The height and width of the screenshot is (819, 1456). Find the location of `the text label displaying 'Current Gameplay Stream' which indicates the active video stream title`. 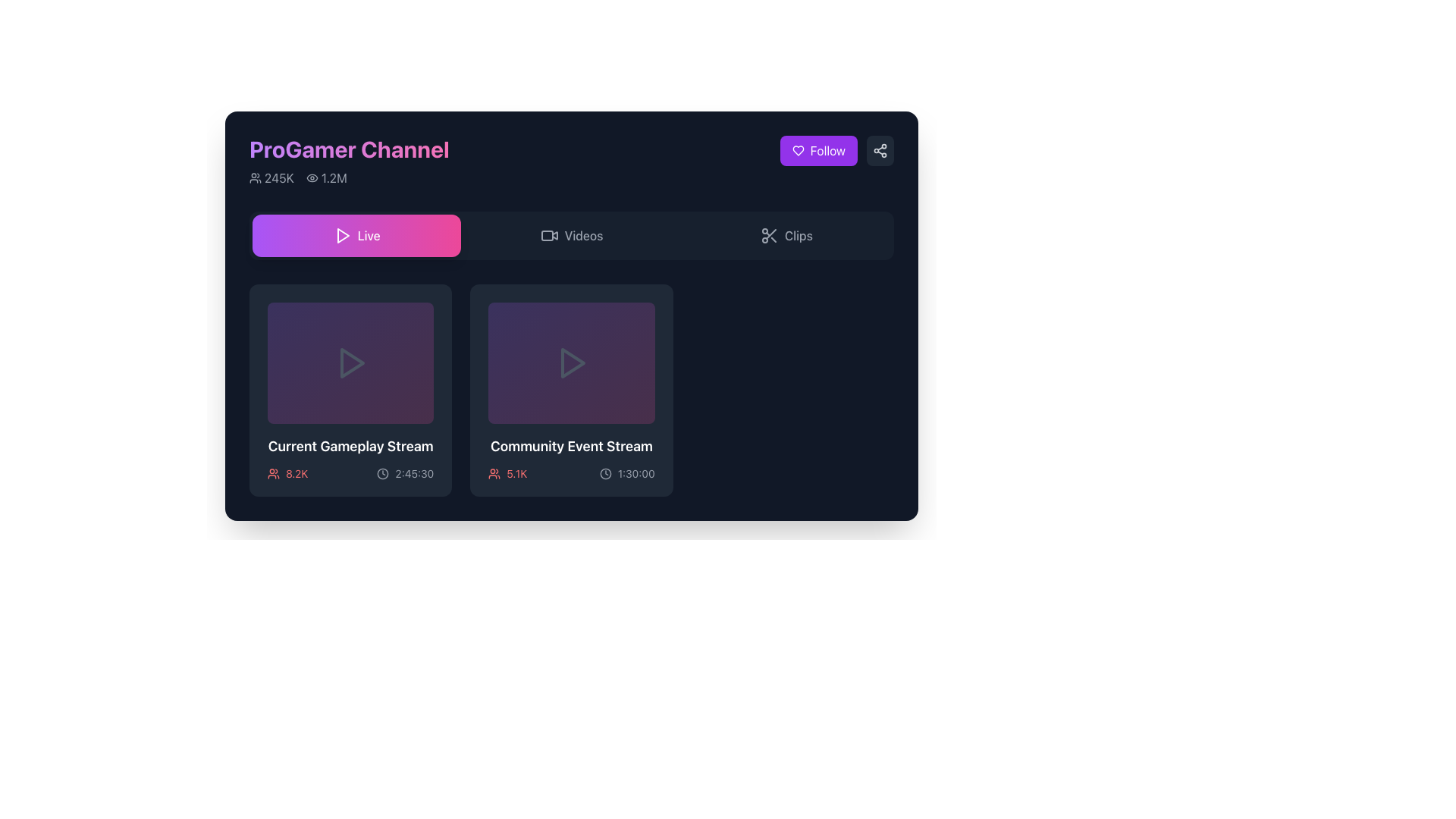

the text label displaying 'Current Gameplay Stream' which indicates the active video stream title is located at coordinates (350, 446).